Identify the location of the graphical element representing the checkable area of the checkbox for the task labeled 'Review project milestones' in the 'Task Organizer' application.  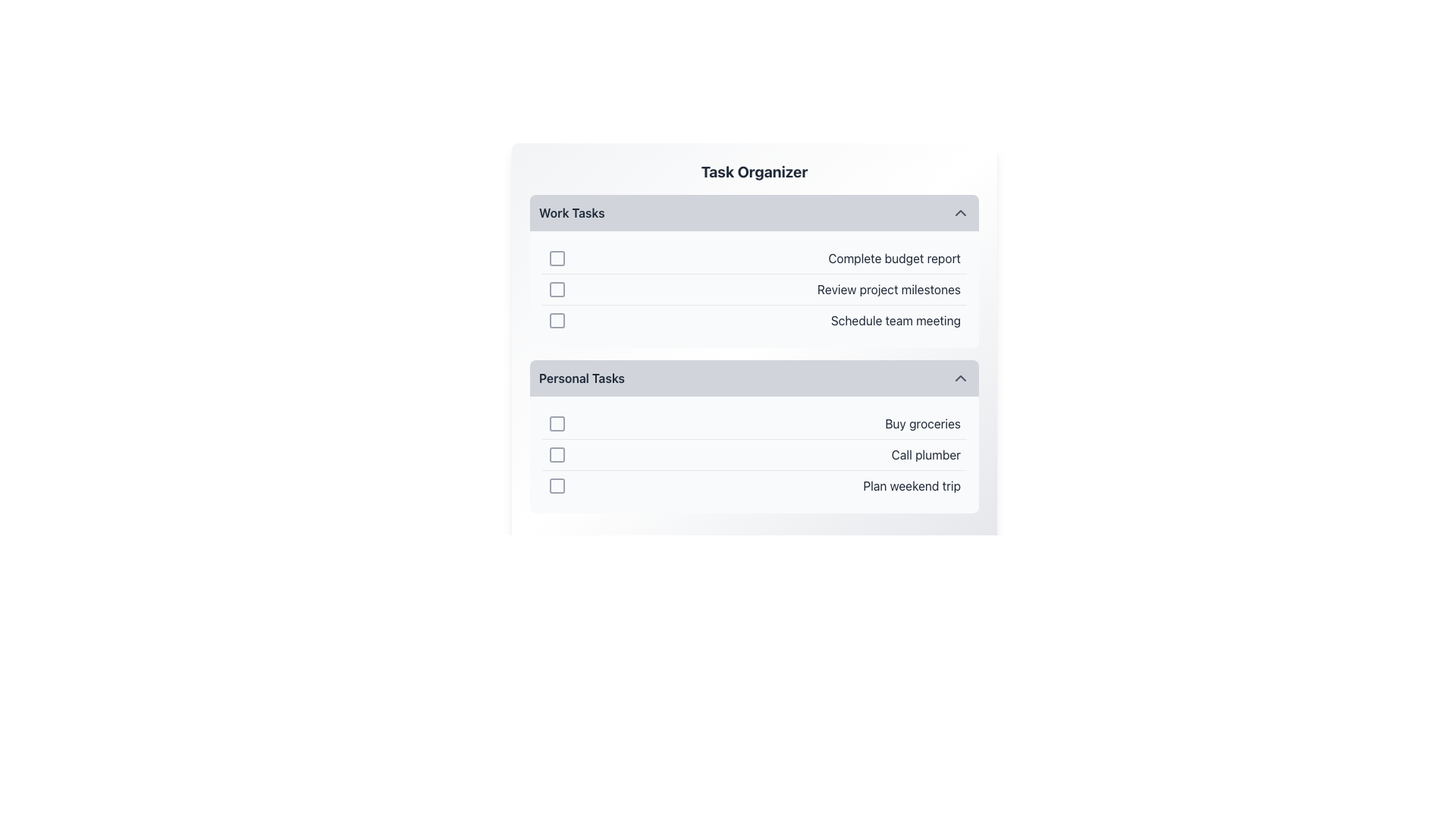
(556, 289).